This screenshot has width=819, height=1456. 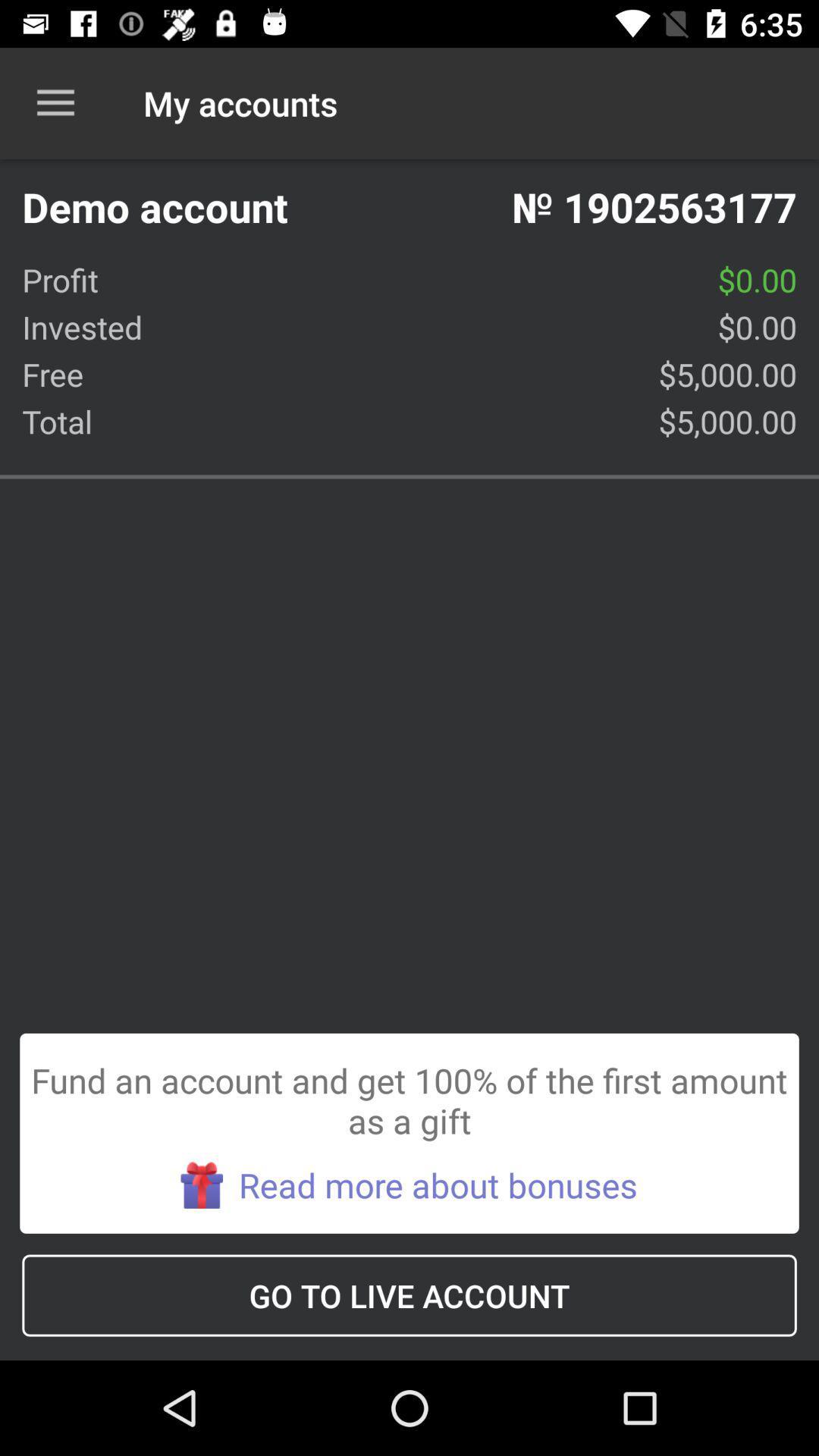 What do you see at coordinates (409, 1294) in the screenshot?
I see `the go to live icon` at bounding box center [409, 1294].